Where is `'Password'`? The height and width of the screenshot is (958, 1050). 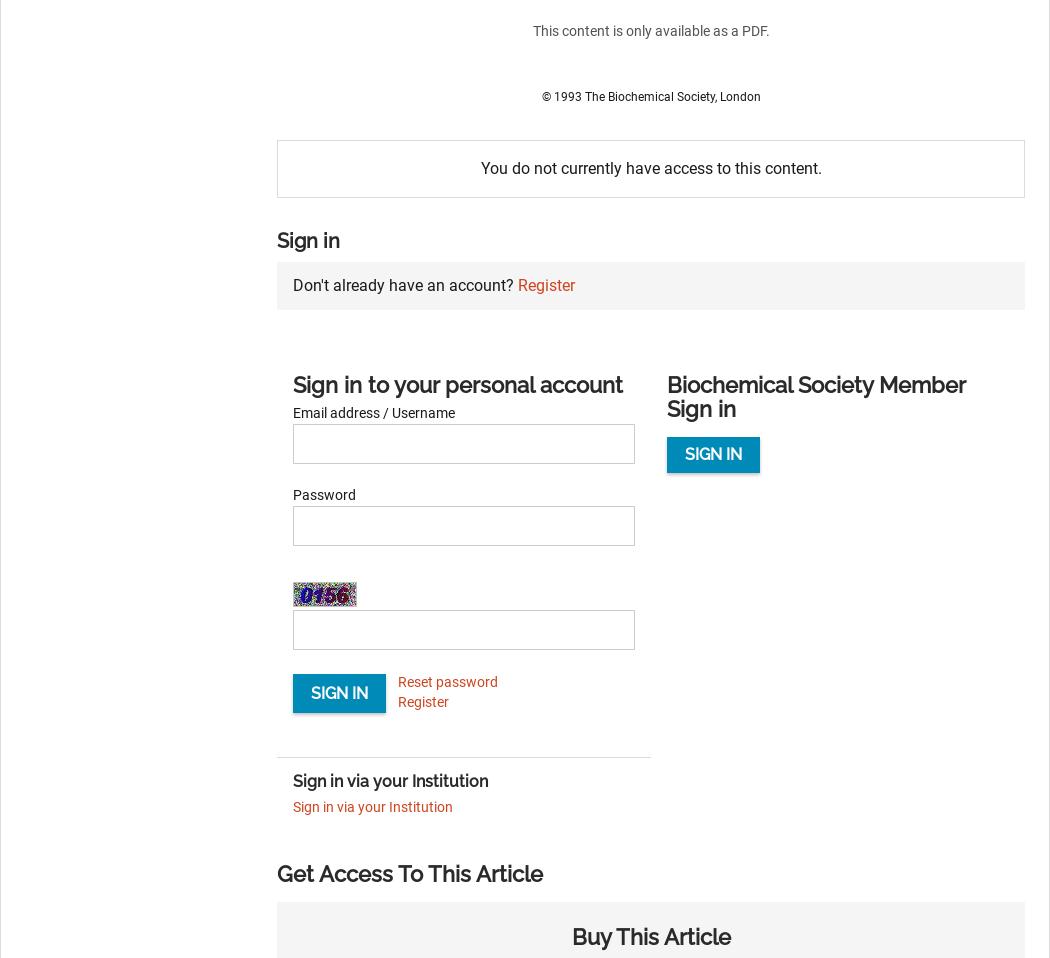 'Password' is located at coordinates (324, 493).